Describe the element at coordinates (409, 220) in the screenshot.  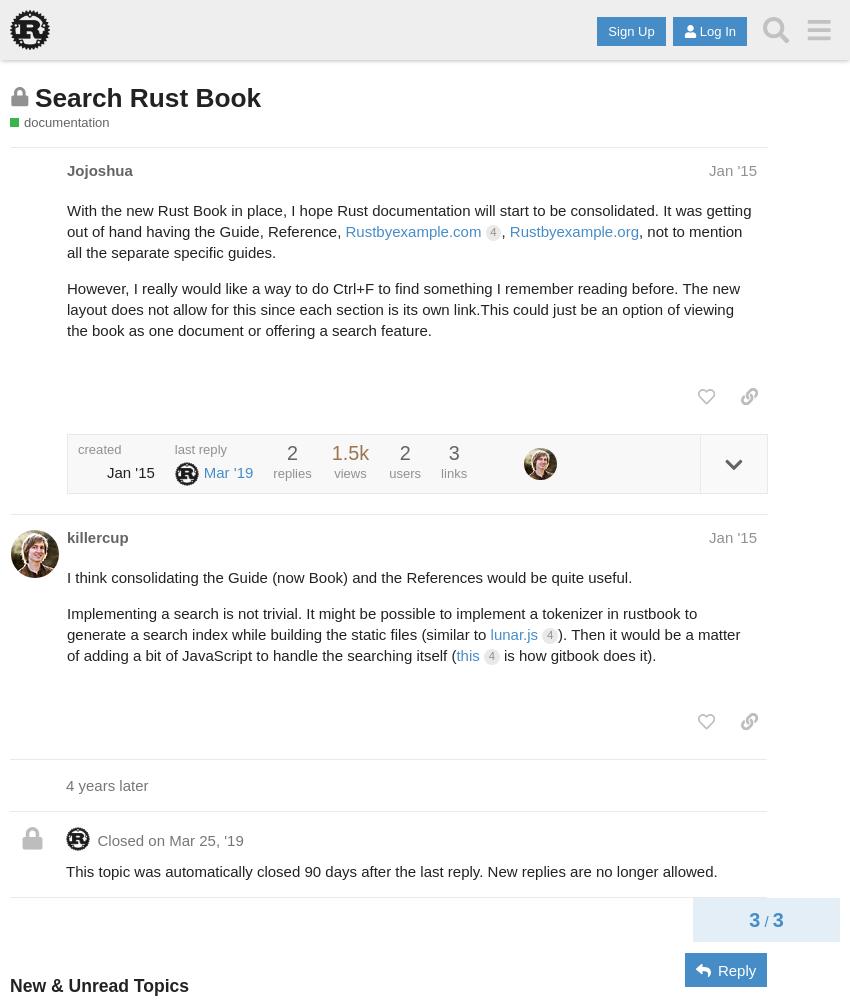
I see `'With the new Rust Book in place, I hope Rust documentation will start to be consolidated. It was getting out of hand having the Guide, Reference,'` at that location.